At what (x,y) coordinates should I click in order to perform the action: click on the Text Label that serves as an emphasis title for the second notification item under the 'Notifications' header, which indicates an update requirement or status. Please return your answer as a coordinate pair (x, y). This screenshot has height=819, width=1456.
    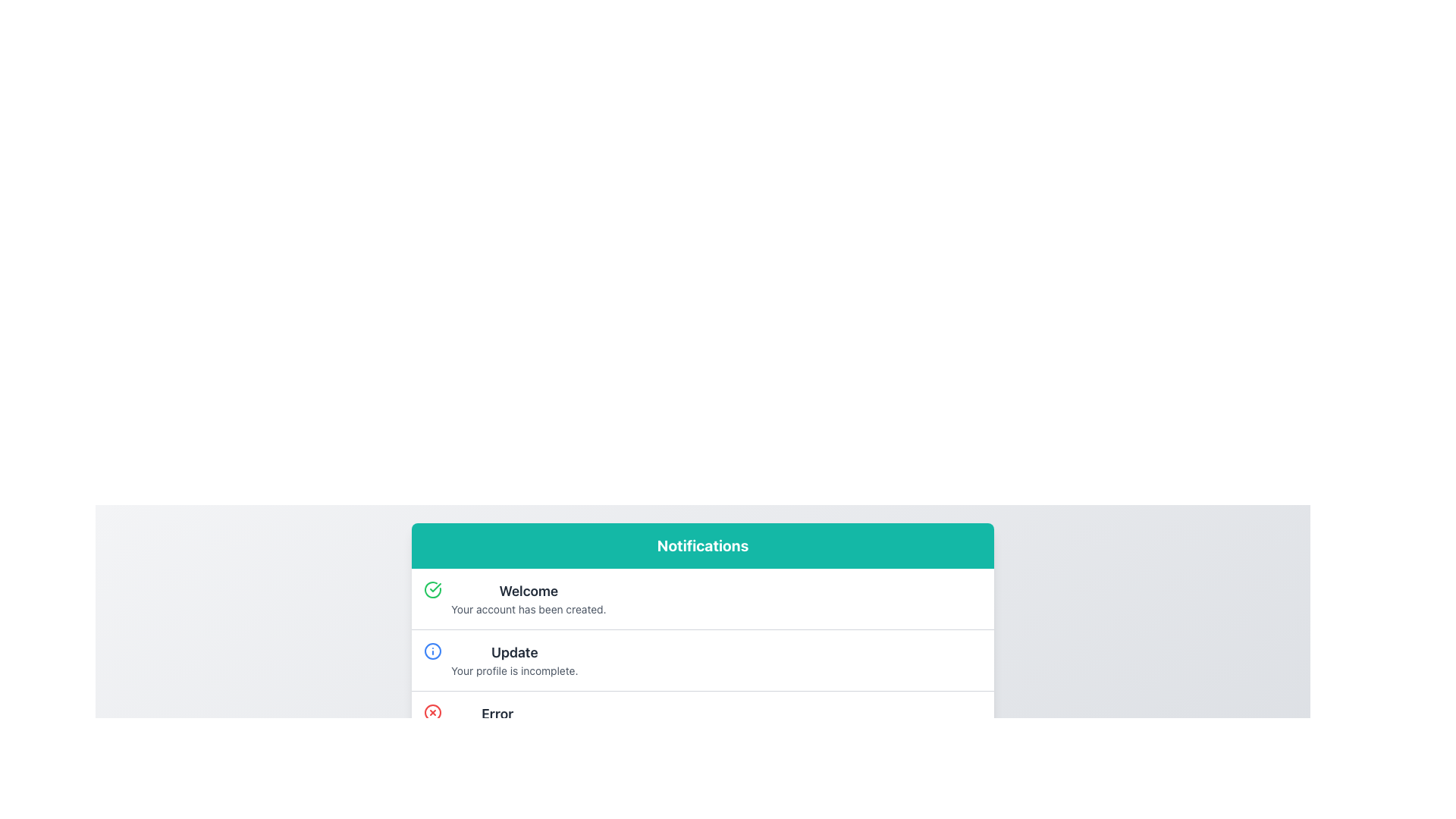
    Looking at the image, I should click on (514, 651).